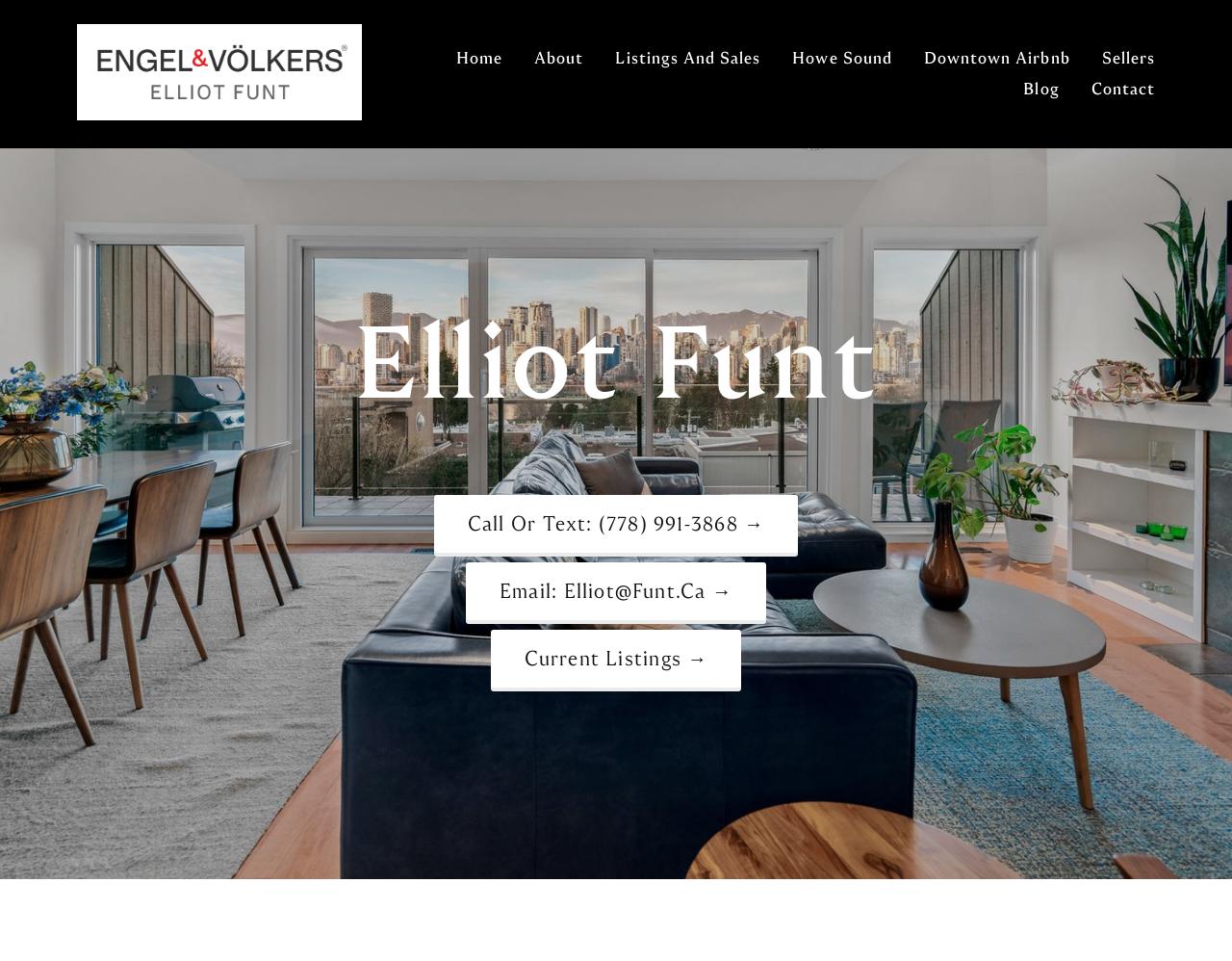 Image resolution: width=1232 pixels, height=961 pixels. What do you see at coordinates (614, 589) in the screenshot?
I see `'Email: elliot@funt.ca →'` at bounding box center [614, 589].